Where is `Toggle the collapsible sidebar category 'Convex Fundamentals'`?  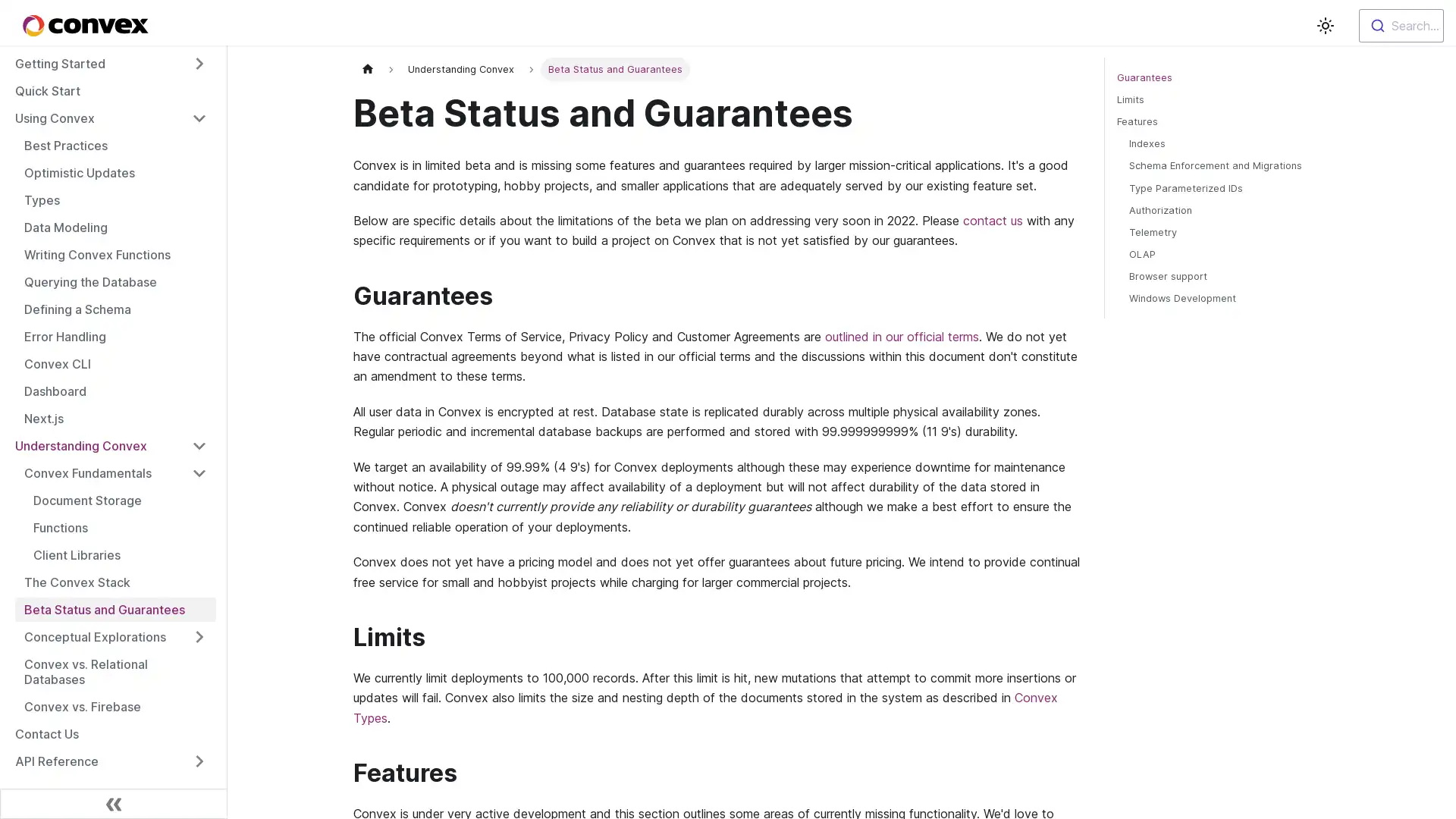 Toggle the collapsible sidebar category 'Convex Fundamentals' is located at coordinates (199, 472).